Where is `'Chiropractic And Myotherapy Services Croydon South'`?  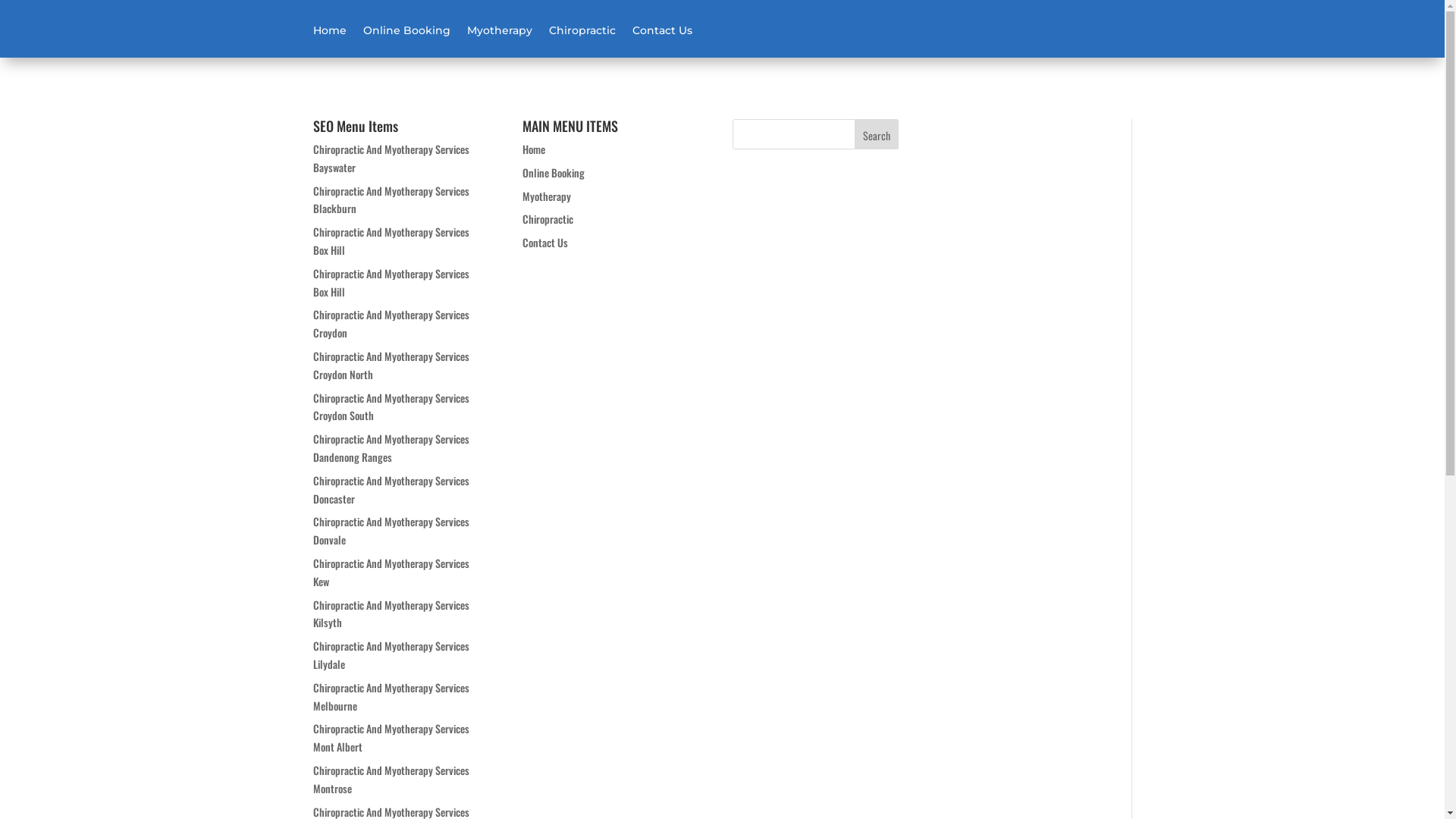
'Chiropractic And Myotherapy Services Croydon South' is located at coordinates (312, 406).